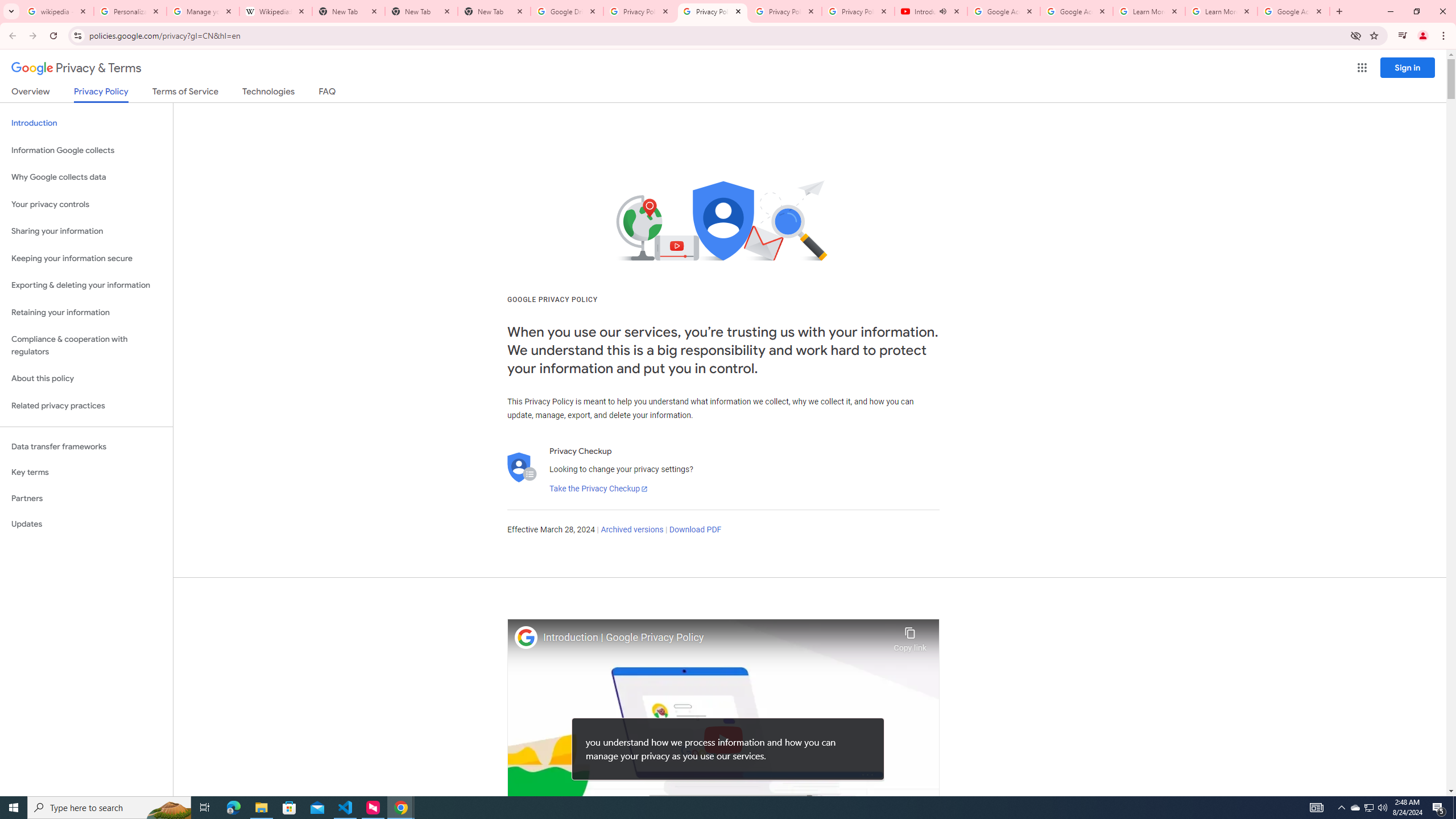 The width and height of the screenshot is (1456, 819). What do you see at coordinates (723, 739) in the screenshot?
I see `'Play'` at bounding box center [723, 739].